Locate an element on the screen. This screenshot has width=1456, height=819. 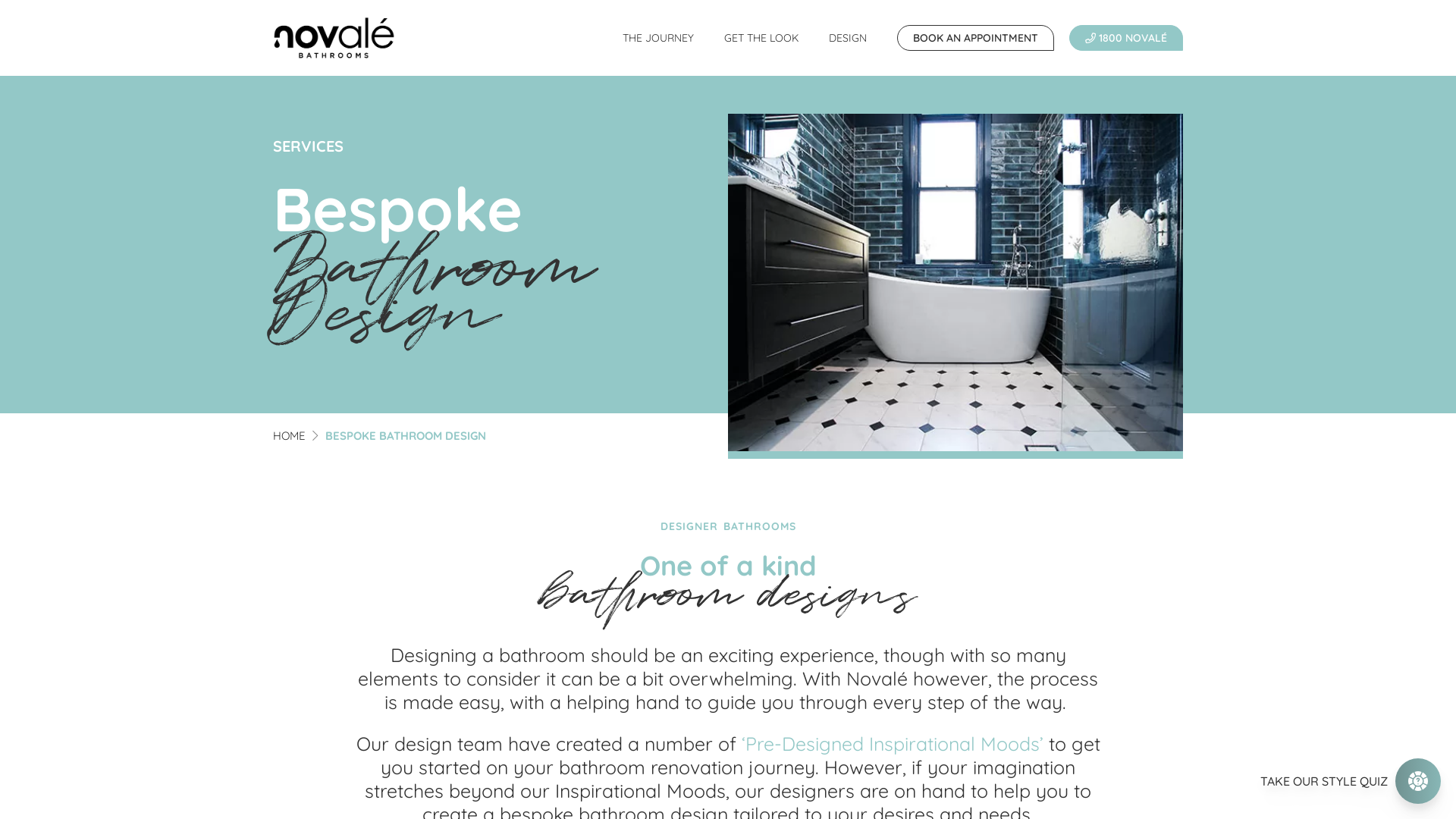
'GET THE LOOK' is located at coordinates (761, 37).